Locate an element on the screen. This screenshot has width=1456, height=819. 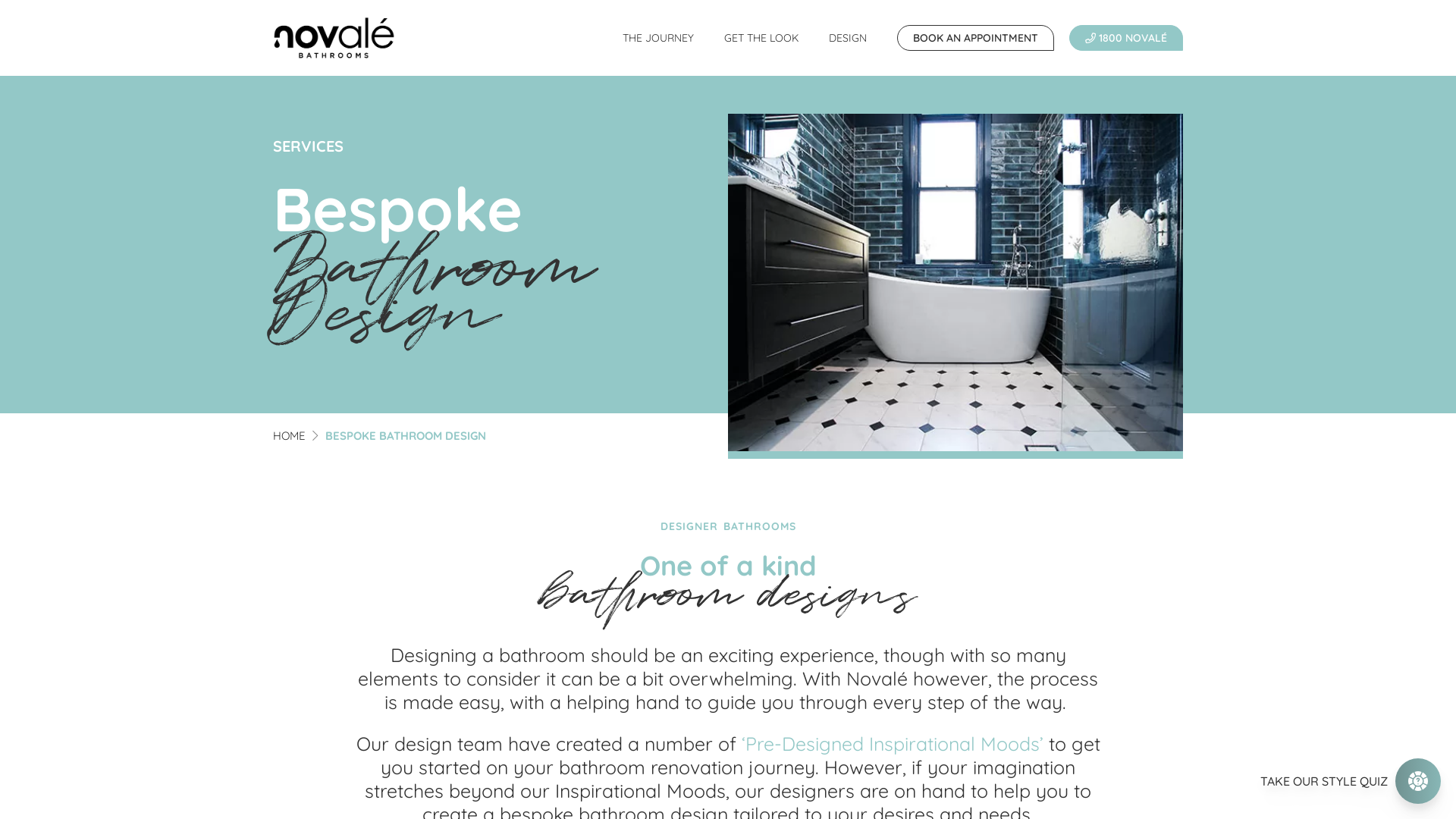
'GET THE LOOK' is located at coordinates (761, 37).